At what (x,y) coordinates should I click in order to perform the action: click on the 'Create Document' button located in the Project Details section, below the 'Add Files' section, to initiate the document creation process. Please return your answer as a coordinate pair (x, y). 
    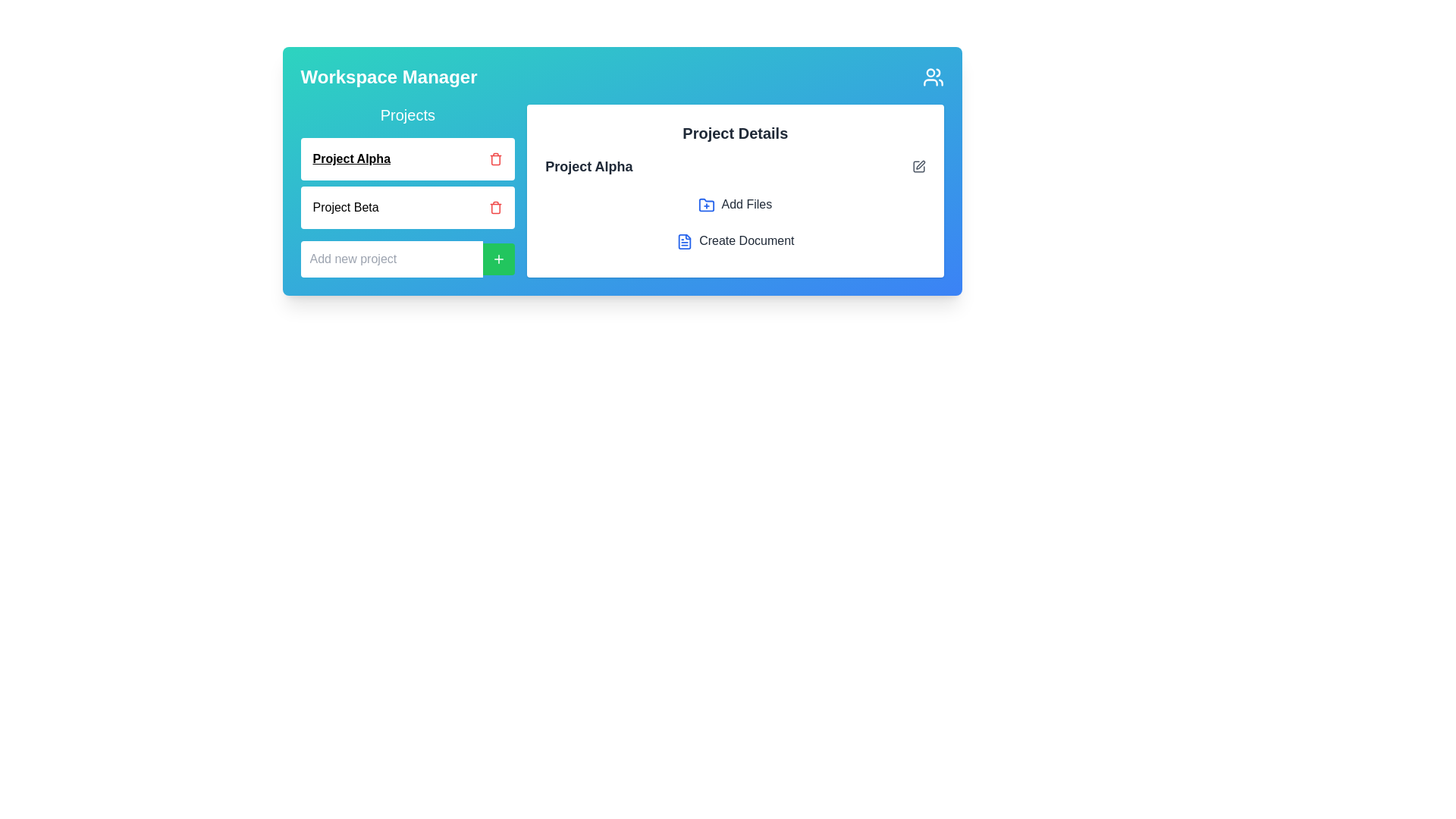
    Looking at the image, I should click on (735, 240).